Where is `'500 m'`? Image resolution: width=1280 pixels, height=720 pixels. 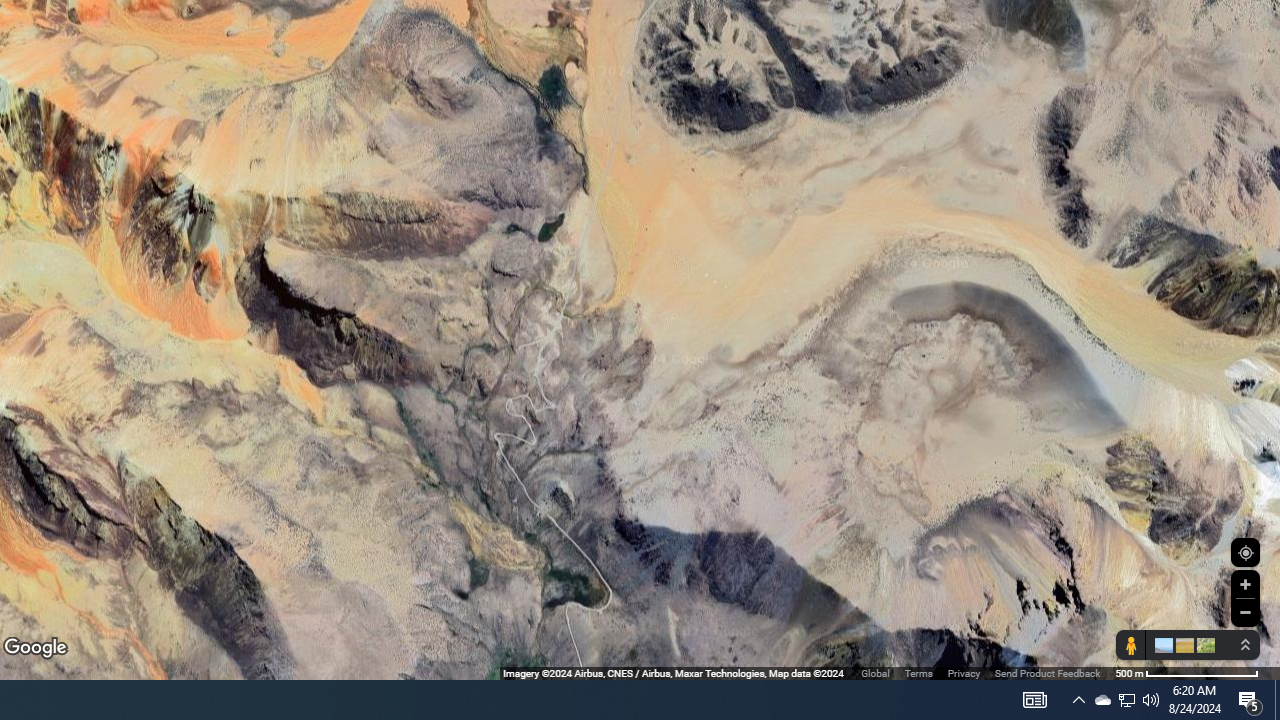
'500 m' is located at coordinates (1187, 673).